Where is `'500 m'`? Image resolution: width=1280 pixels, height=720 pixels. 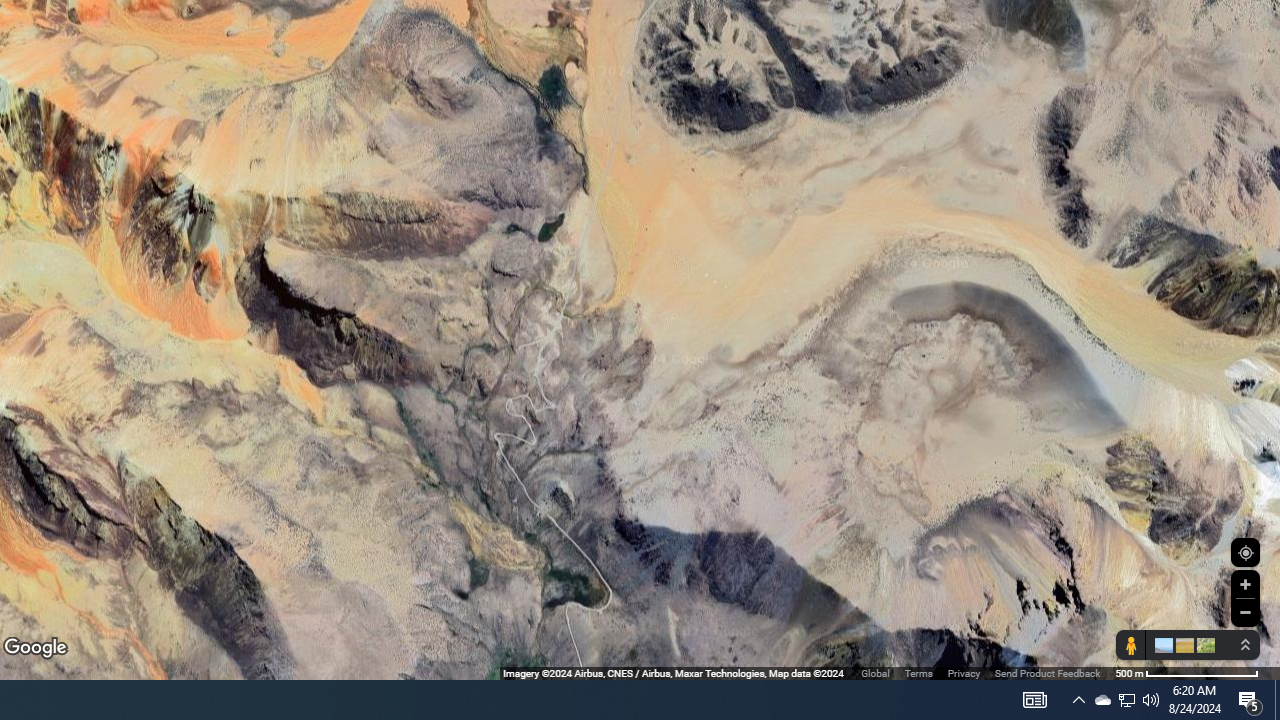
'500 m' is located at coordinates (1187, 673).